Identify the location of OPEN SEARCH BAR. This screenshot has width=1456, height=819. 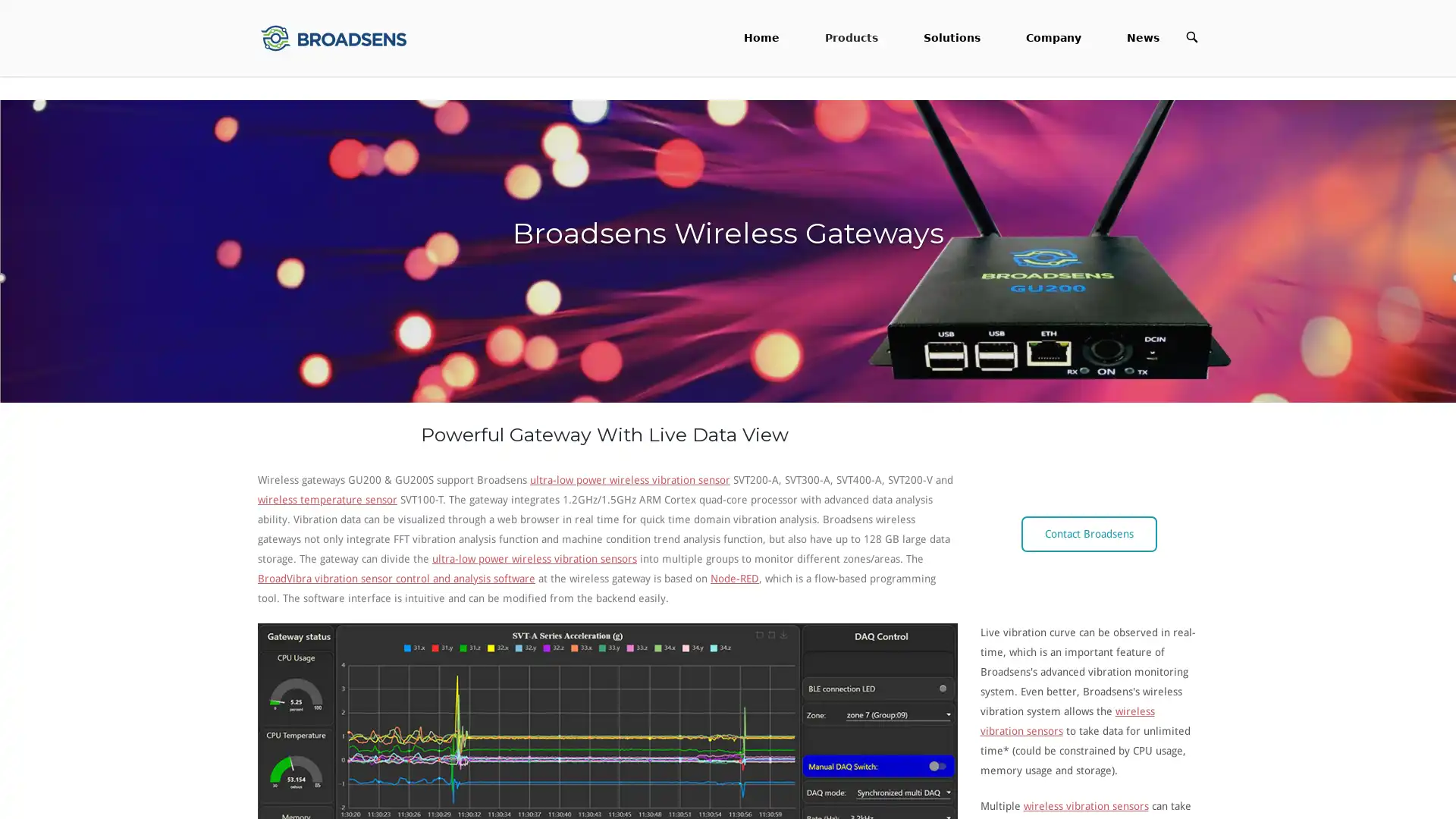
(1191, 36).